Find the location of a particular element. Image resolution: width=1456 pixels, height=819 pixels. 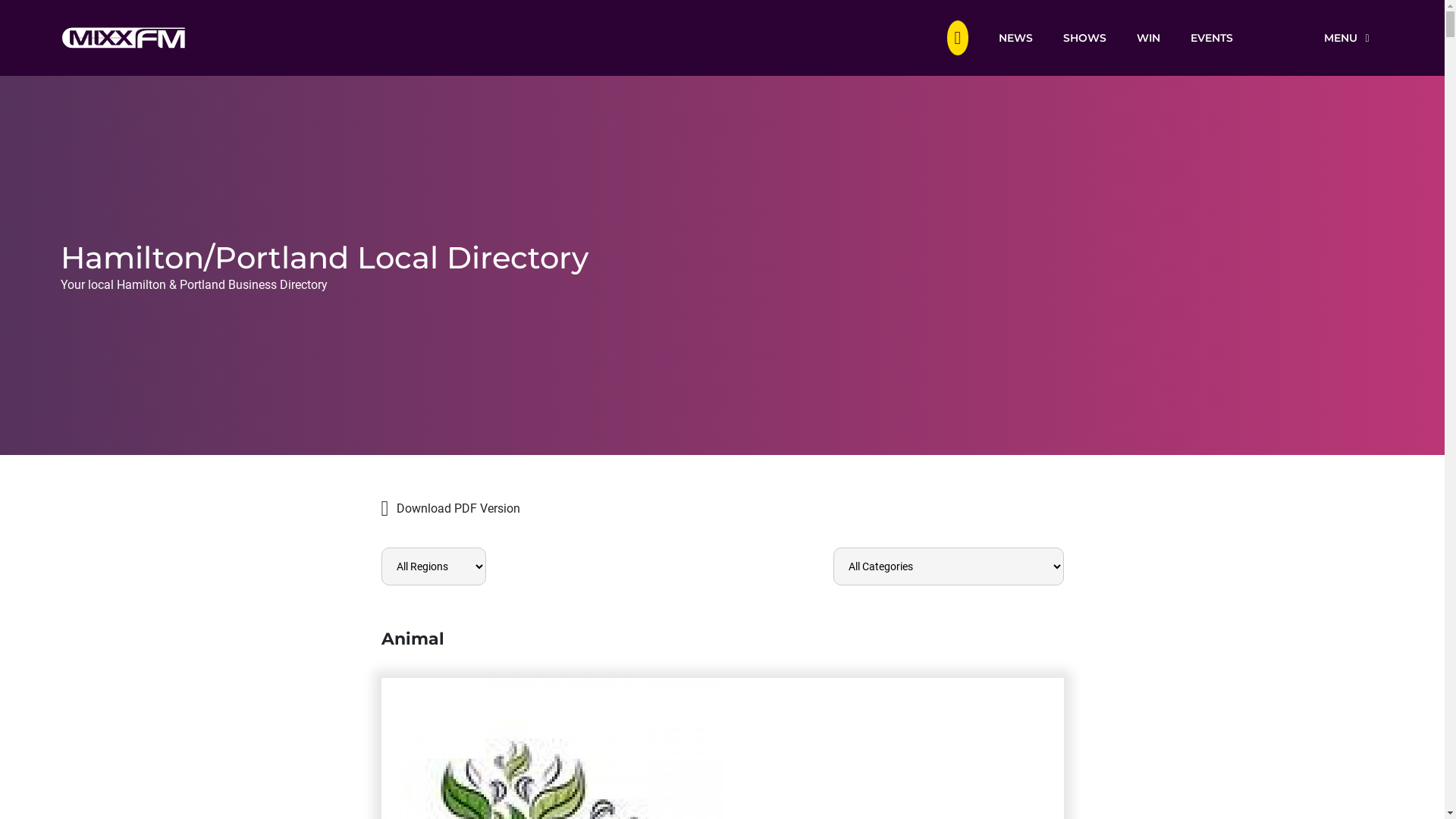

'WIN' is located at coordinates (1148, 36).